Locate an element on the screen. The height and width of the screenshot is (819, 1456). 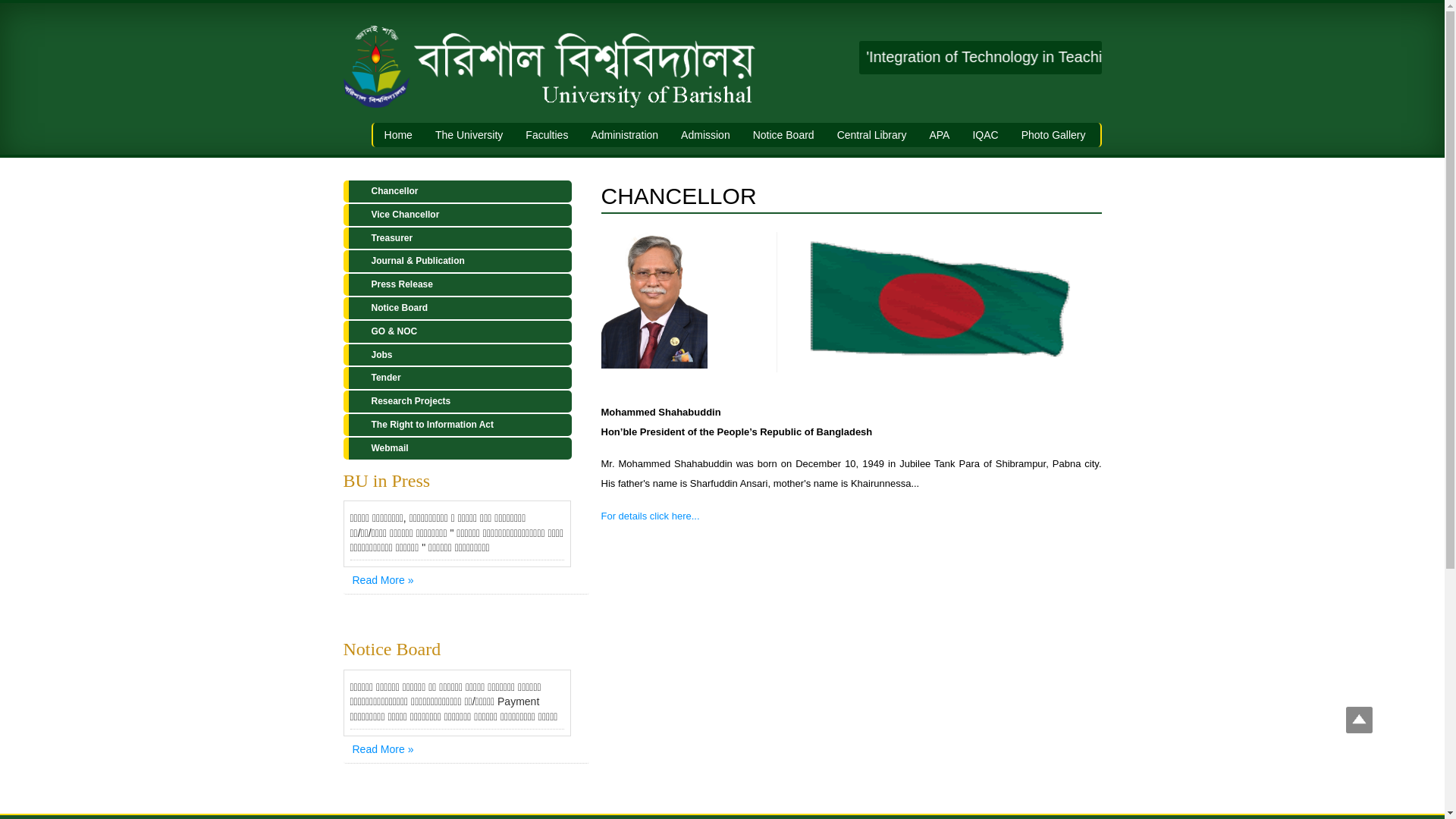
'Research Projects' is located at coordinates (456, 400).